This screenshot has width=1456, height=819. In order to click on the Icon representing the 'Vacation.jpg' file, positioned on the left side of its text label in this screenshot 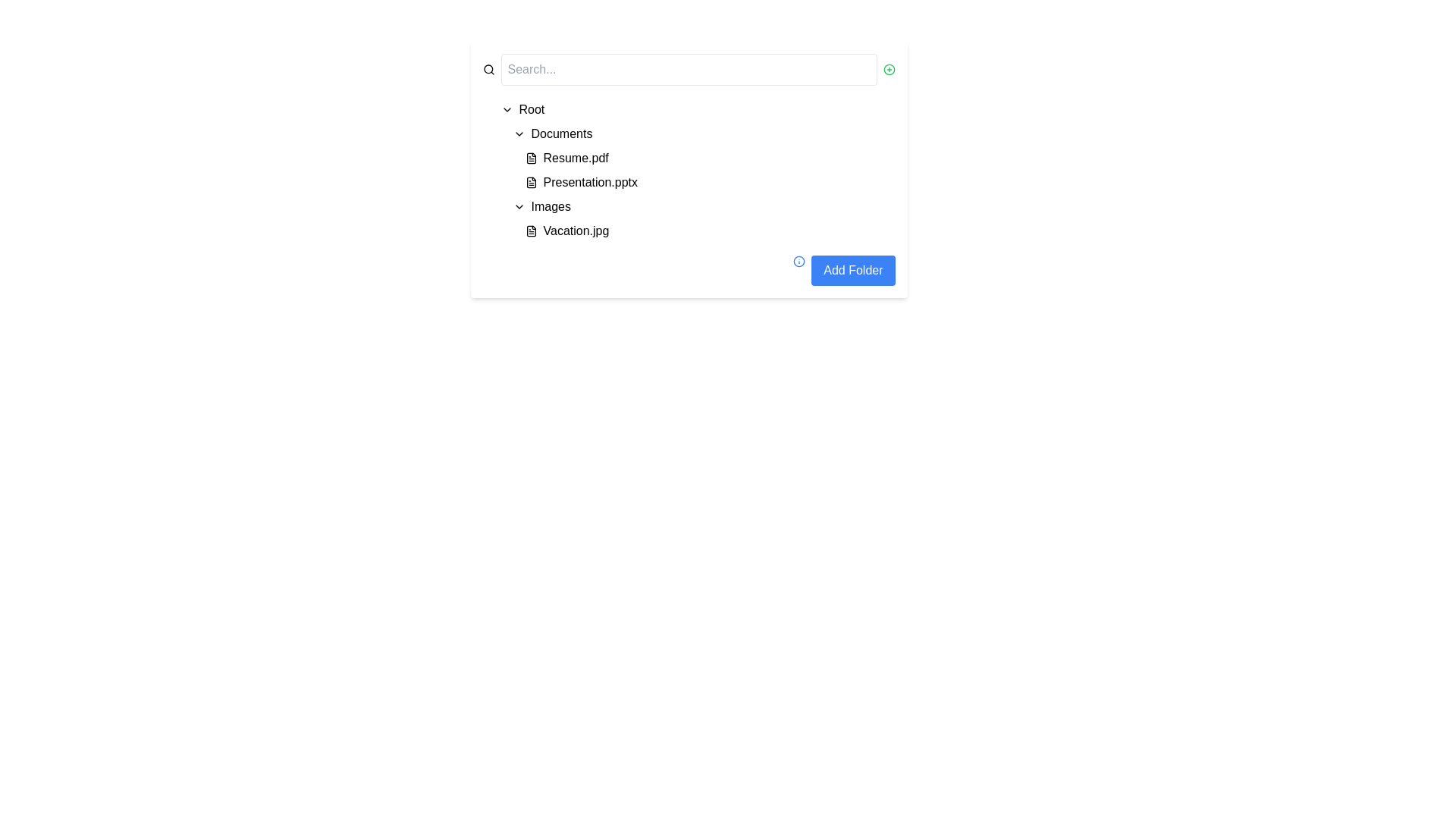, I will do `click(531, 231)`.